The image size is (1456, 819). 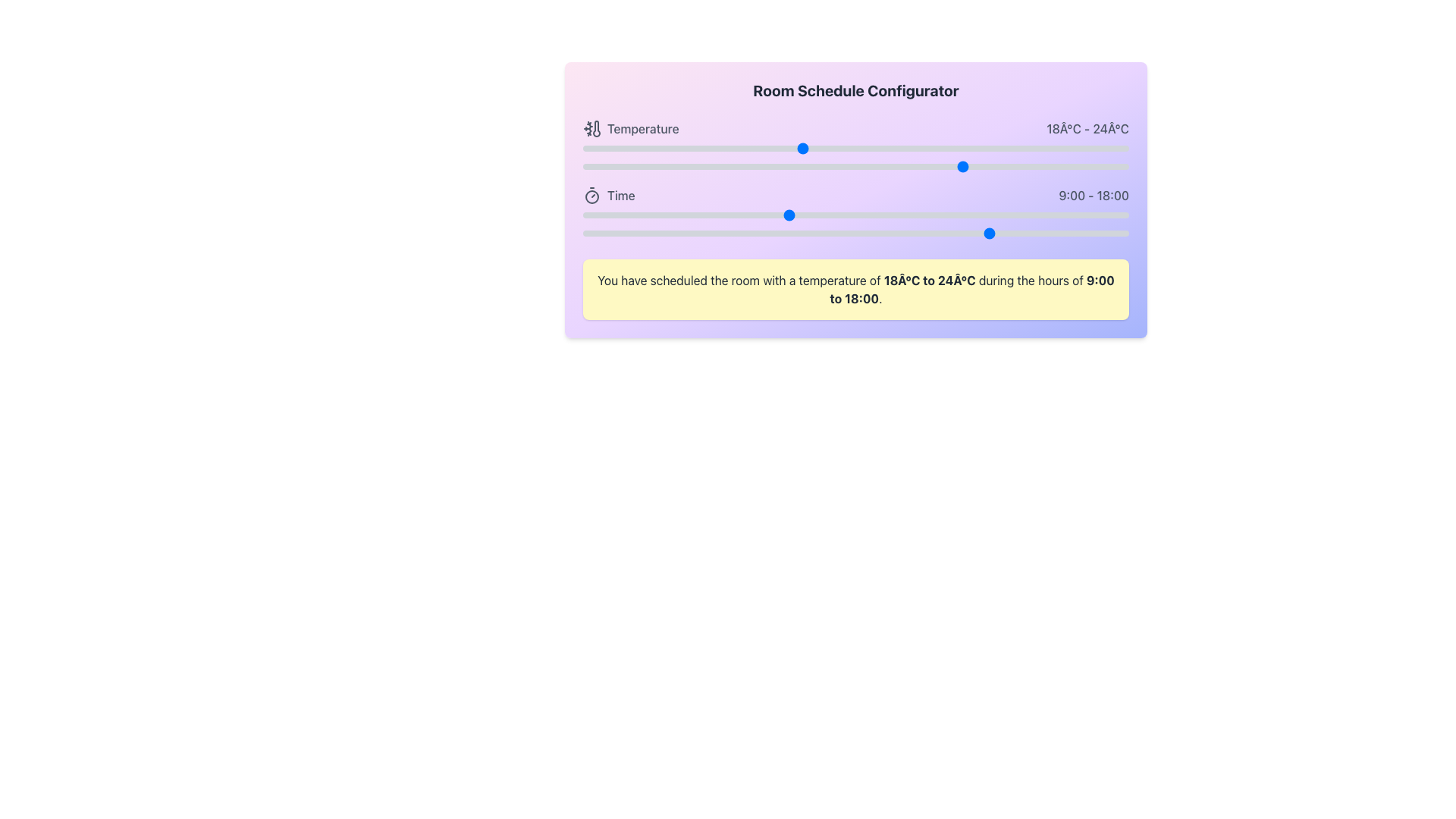 What do you see at coordinates (855, 90) in the screenshot?
I see `the 'Room Schedule Configurator' text label, which is bold and large, located at the top of the card, centered horizontally` at bounding box center [855, 90].